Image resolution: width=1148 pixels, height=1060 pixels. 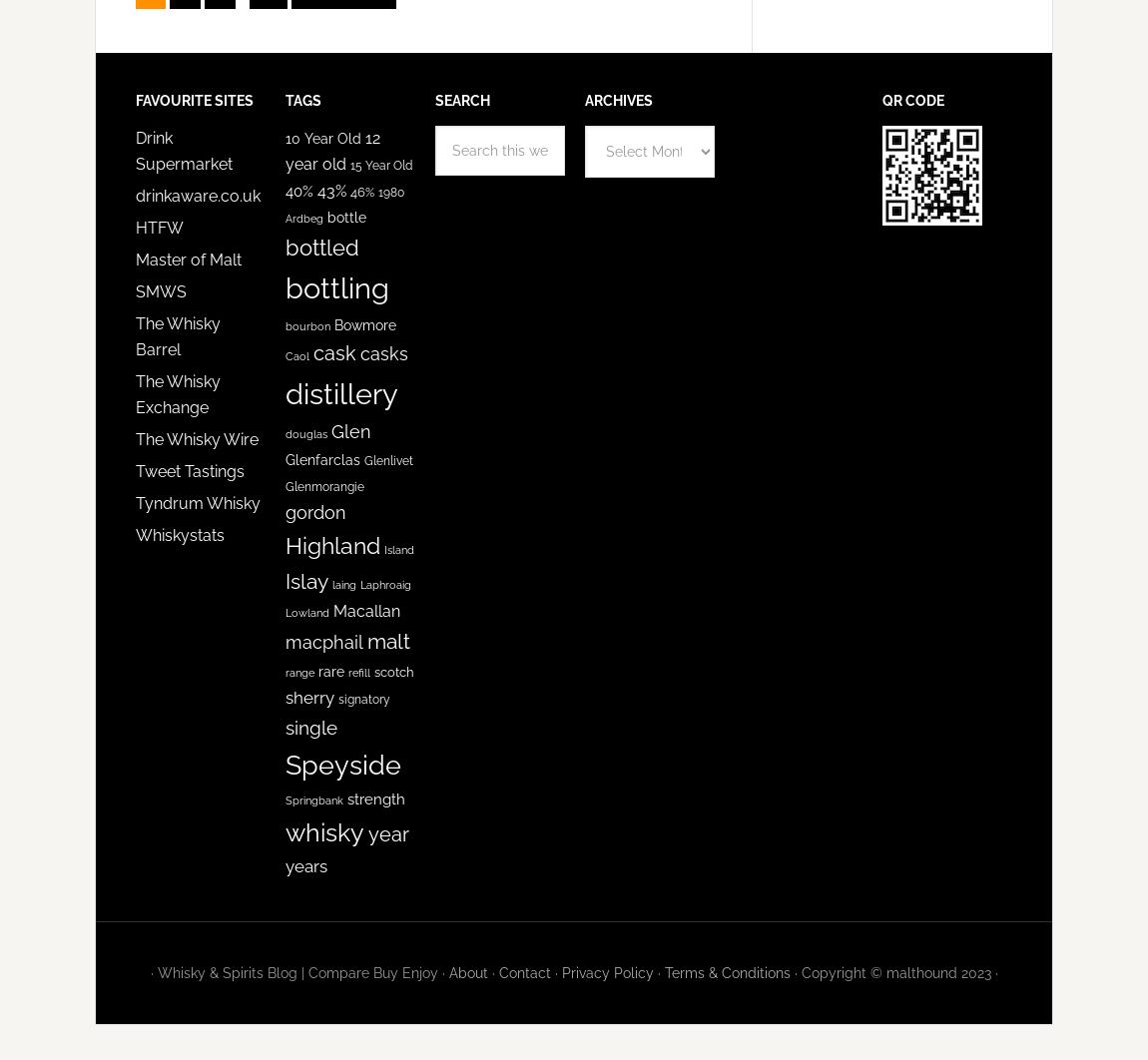 What do you see at coordinates (358, 673) in the screenshot?
I see `'refill'` at bounding box center [358, 673].